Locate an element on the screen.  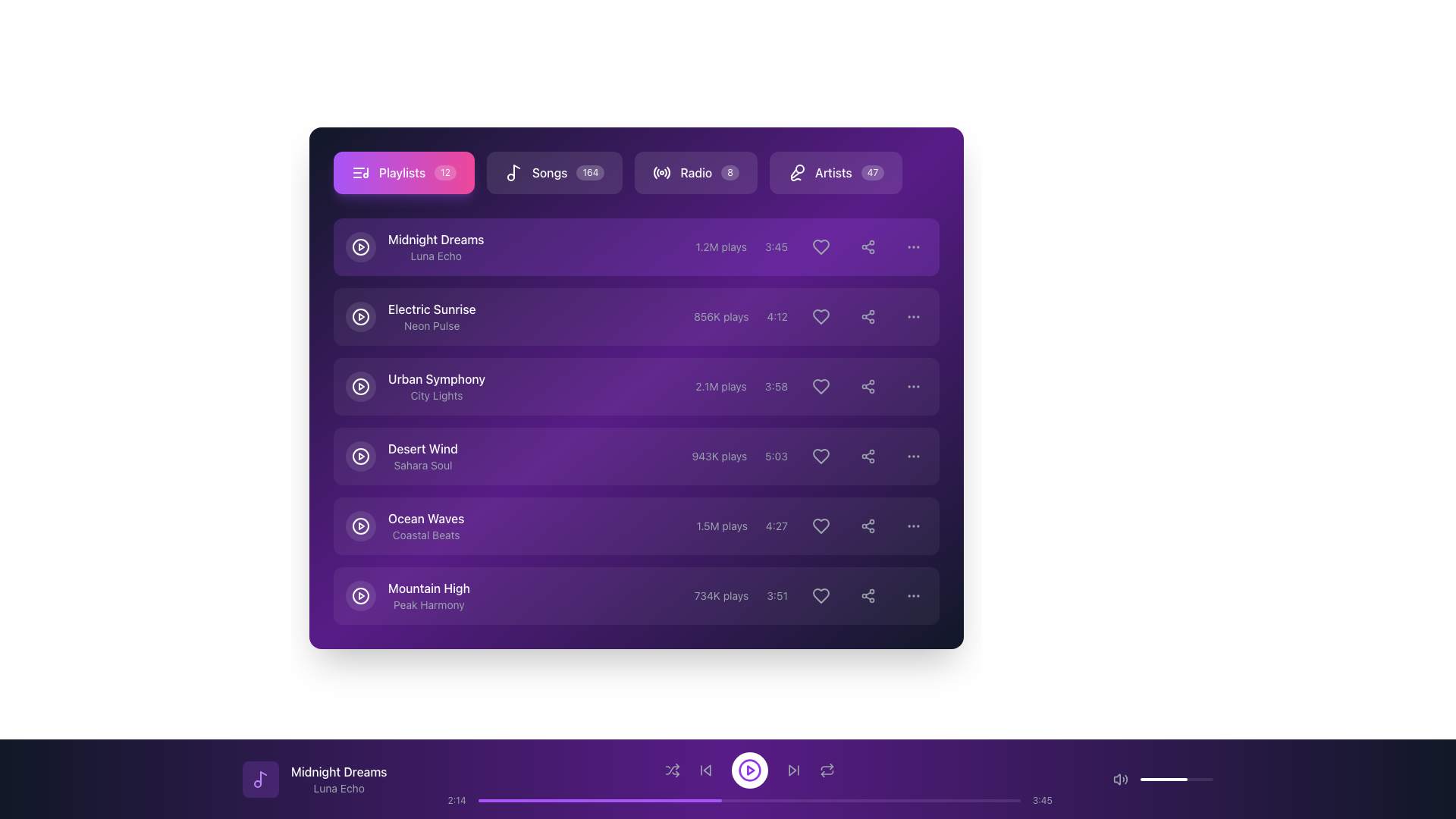
the fifth list item representing a music track, located between 'Desert Wind' and 'Mountain High' is located at coordinates (636, 526).